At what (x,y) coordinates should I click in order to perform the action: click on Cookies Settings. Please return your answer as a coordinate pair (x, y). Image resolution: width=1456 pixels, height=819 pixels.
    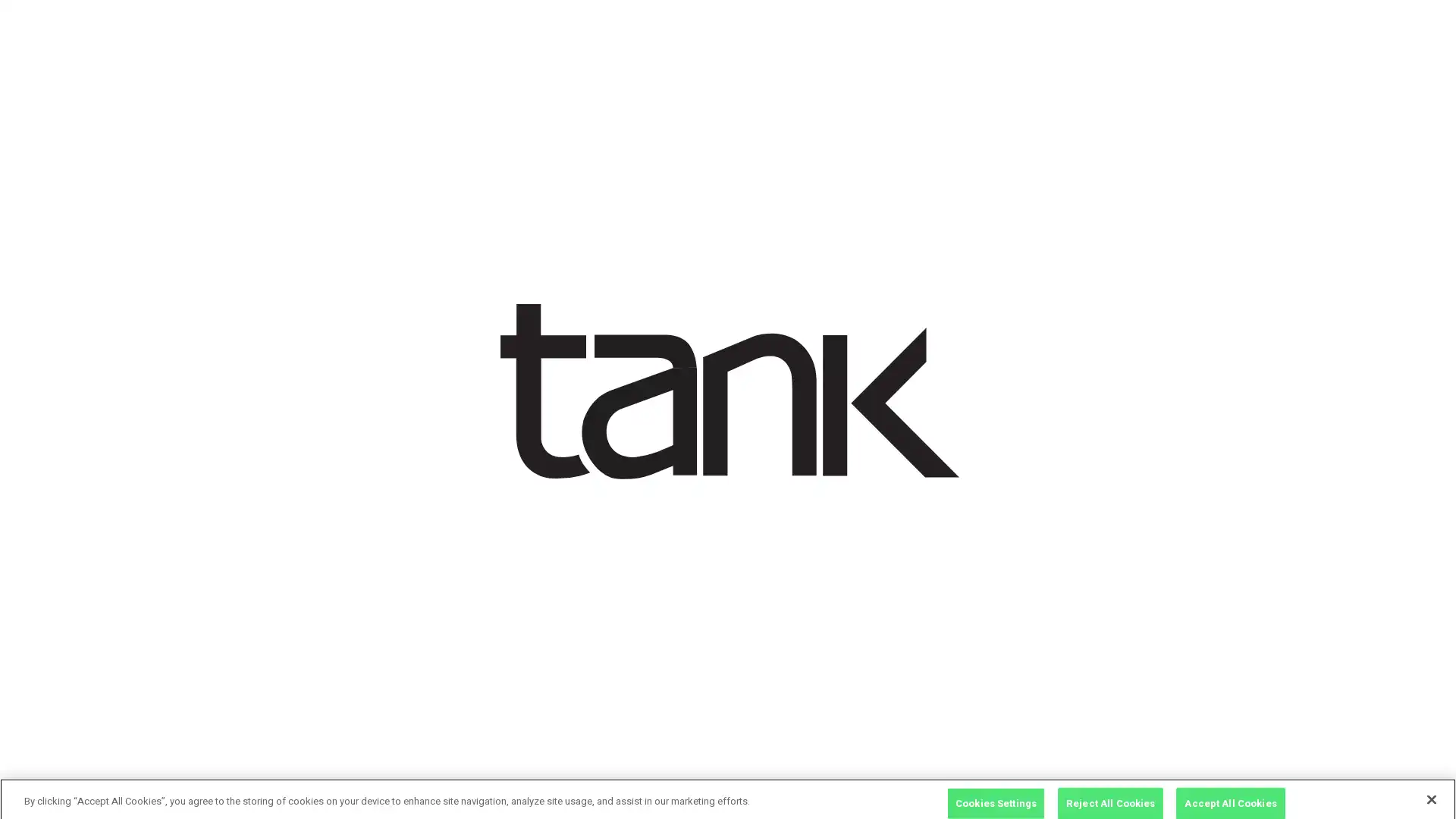
    Looking at the image, I should click on (996, 795).